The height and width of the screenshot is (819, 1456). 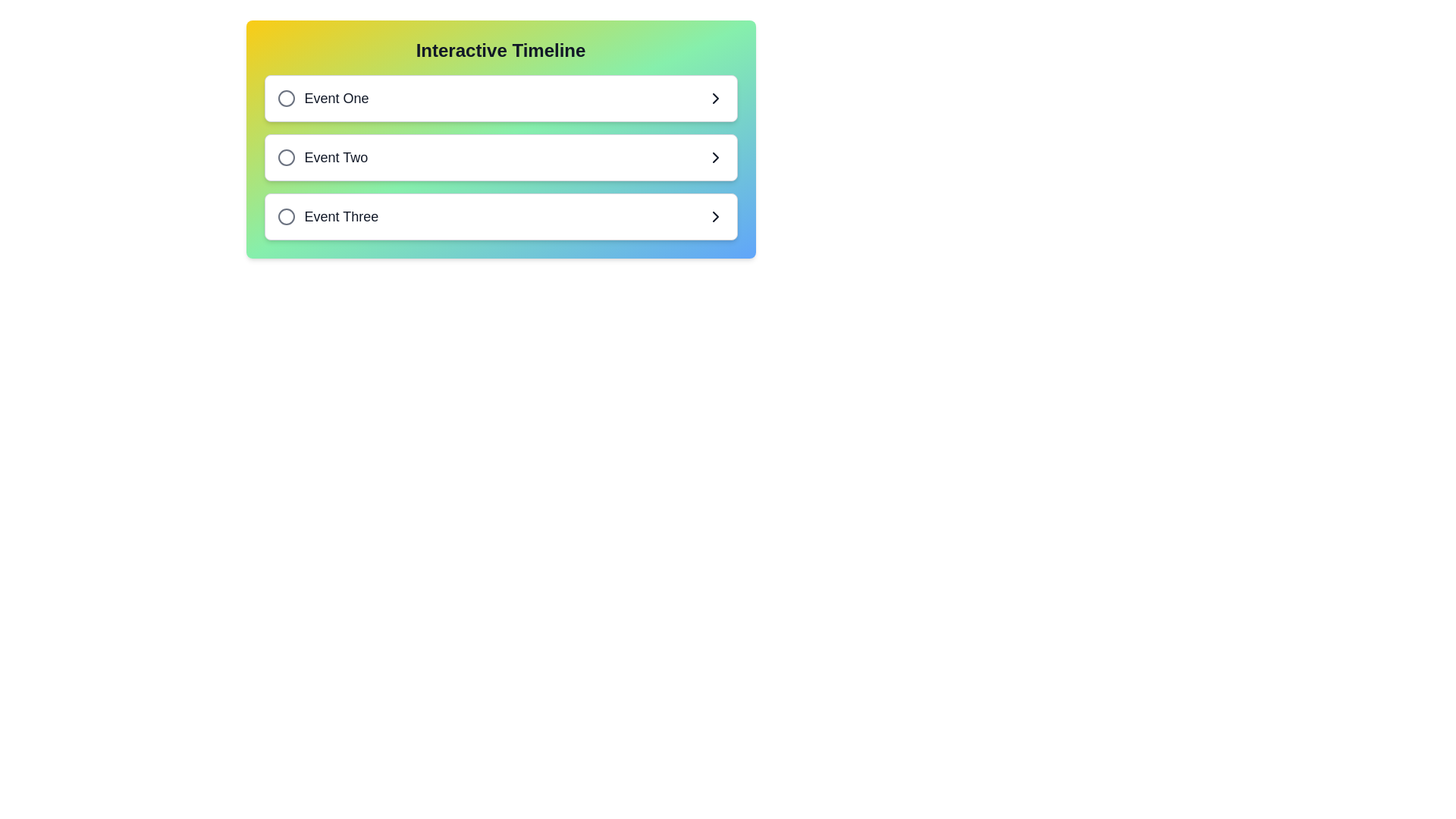 I want to click on the right-pointing arrow vector icon next to 'Event Two', so click(x=714, y=158).